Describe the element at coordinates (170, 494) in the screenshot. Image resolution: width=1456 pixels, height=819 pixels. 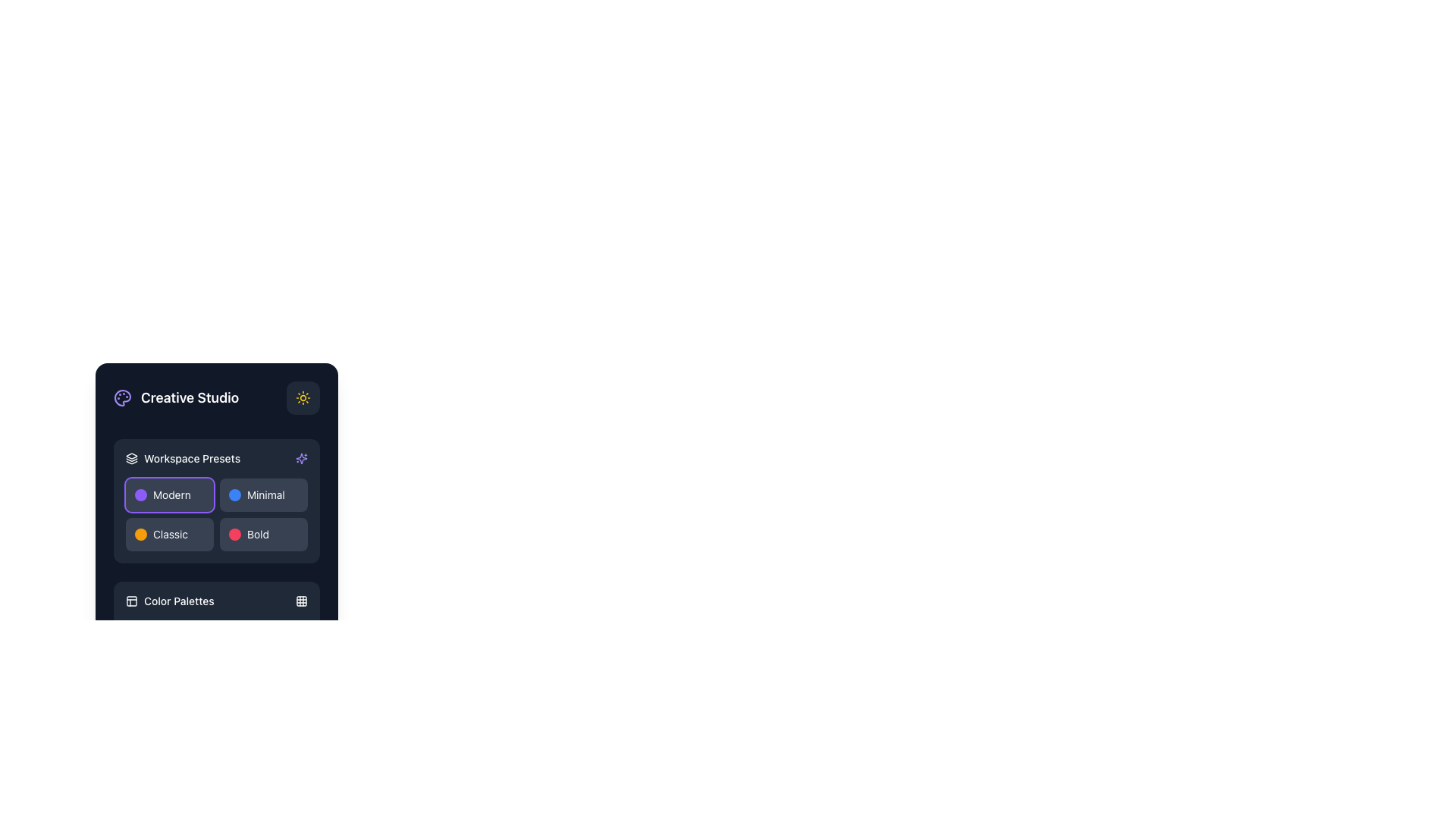
I see `the button labeled 'Modern', which has a violet circle on the left and a dark gray background` at that location.